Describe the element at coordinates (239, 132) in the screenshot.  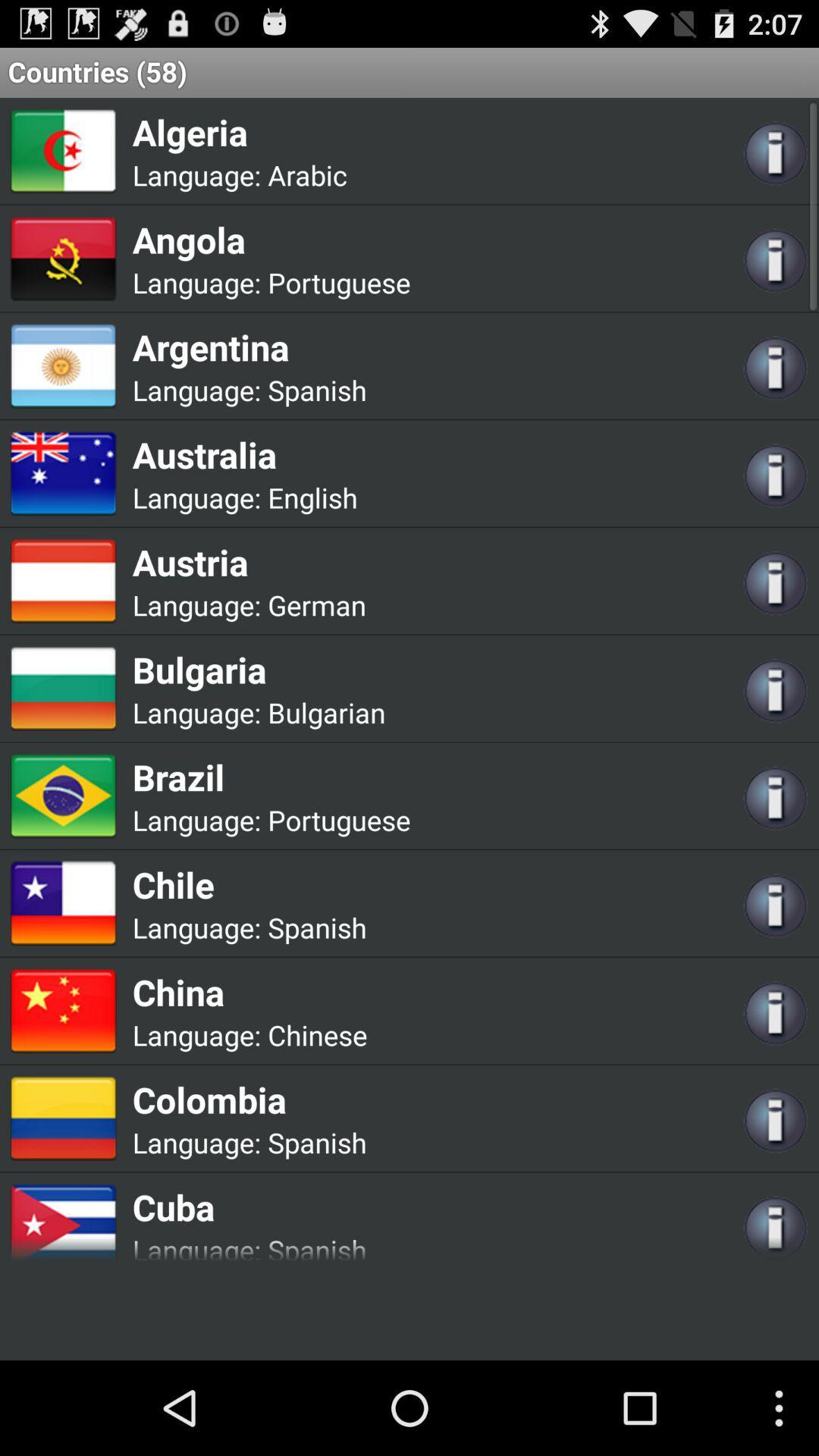
I see `the item above language:  item` at that location.